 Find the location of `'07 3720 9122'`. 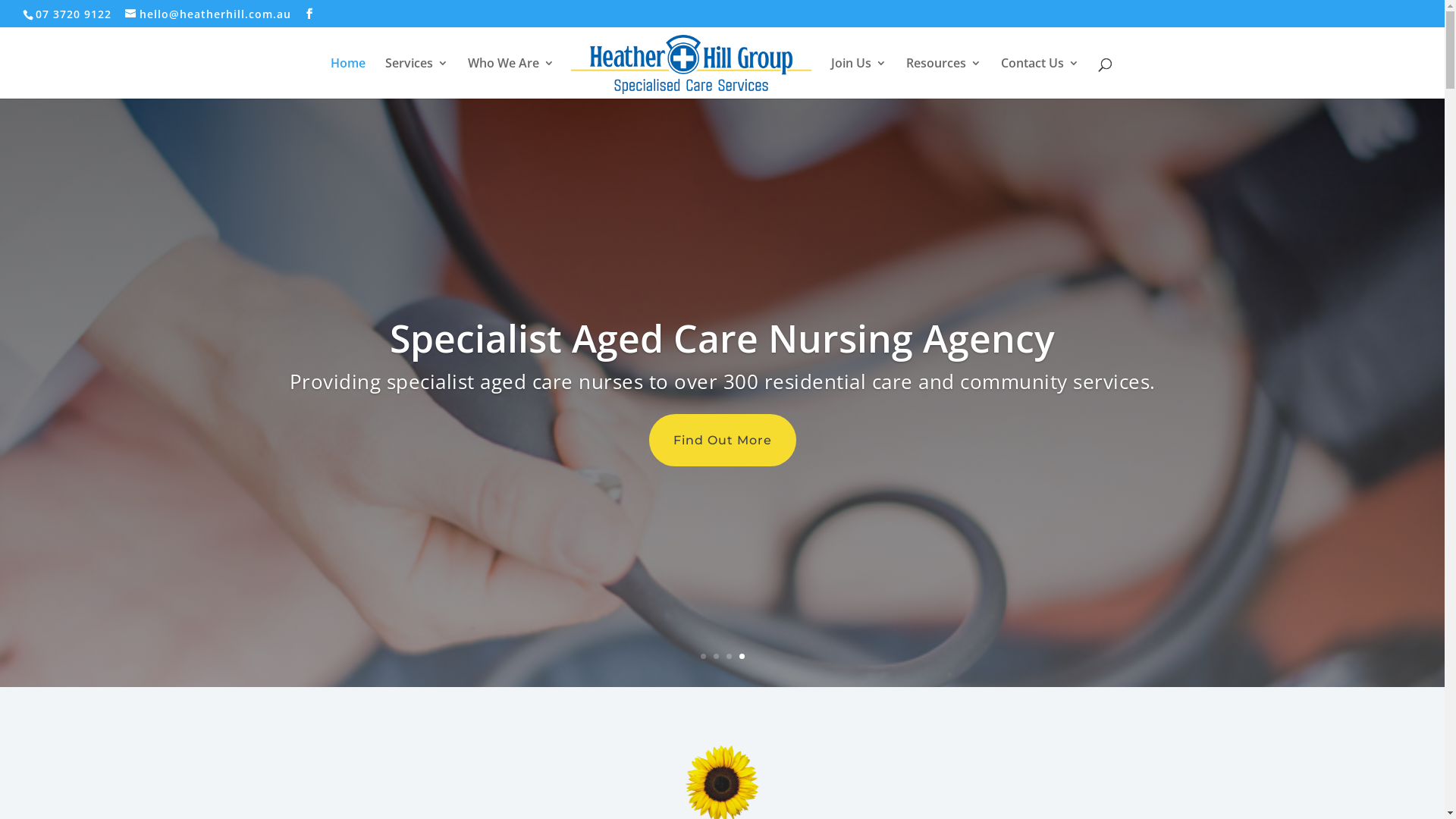

'07 3720 9122' is located at coordinates (74, 13).